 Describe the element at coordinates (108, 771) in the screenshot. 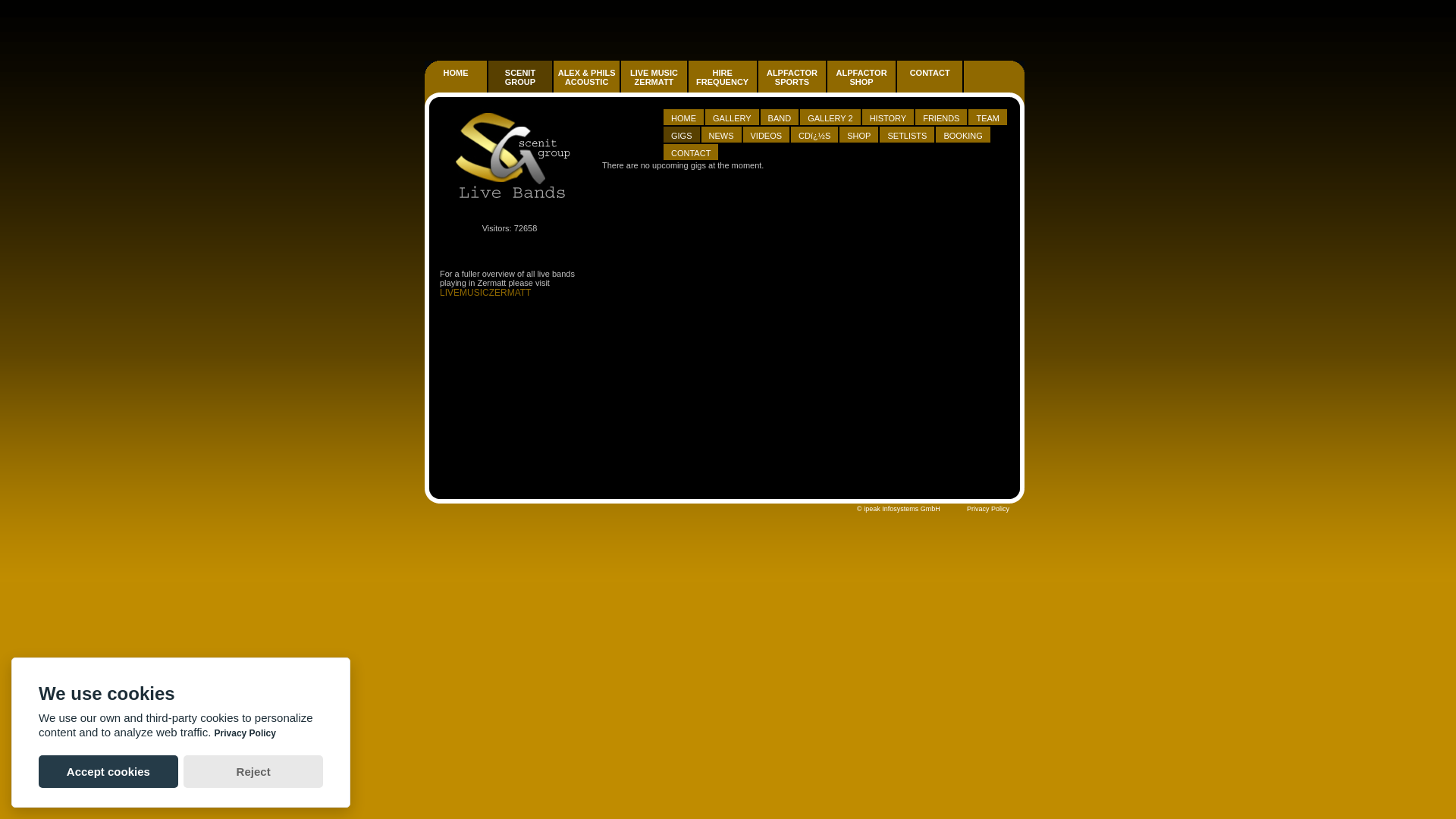

I see `'Accept cookies'` at that location.